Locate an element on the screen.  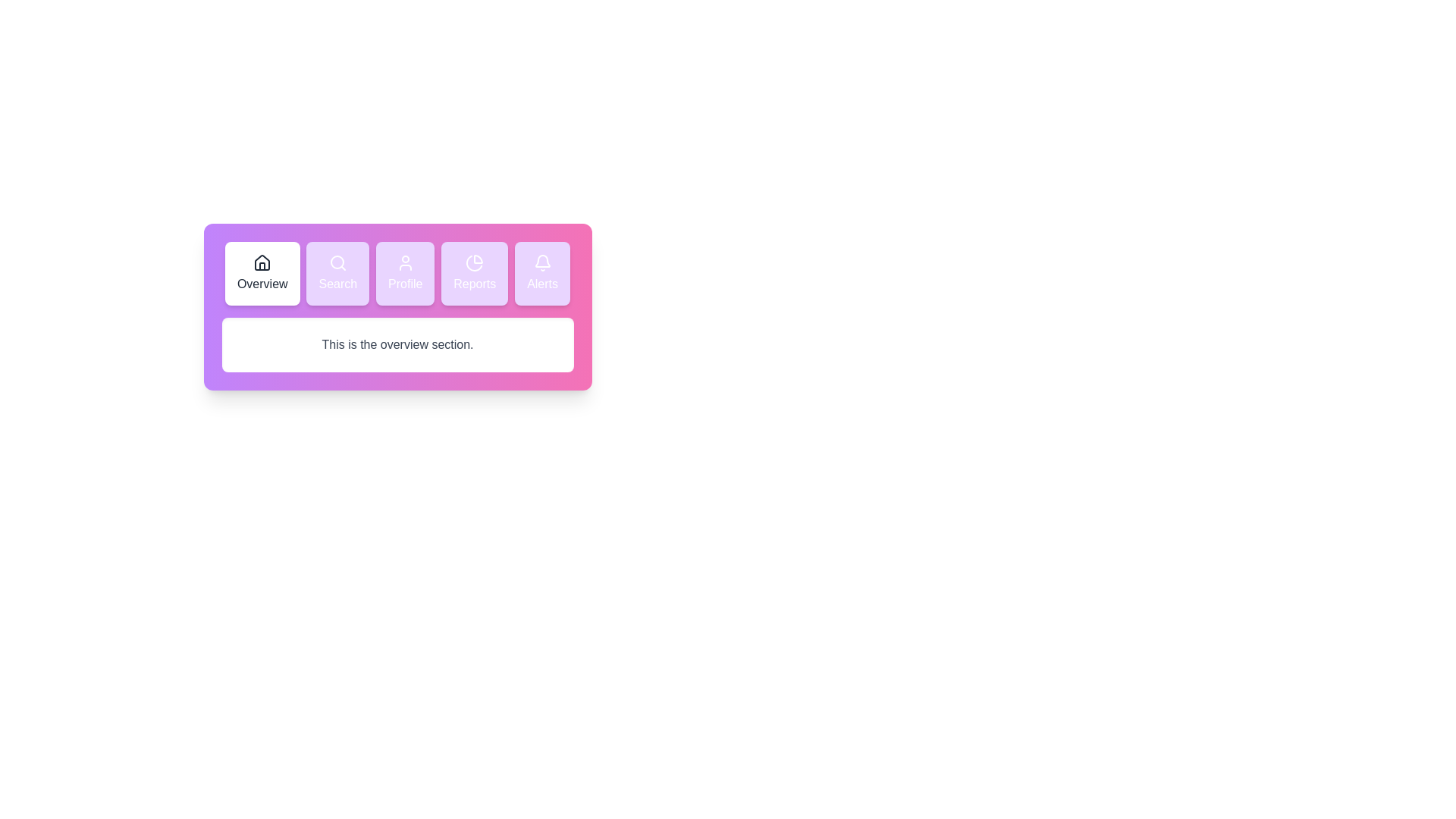
the 'Profile' text label, which indicates the navigation option for accessing the user's profile page, positioned below the user icon and between 'Search' and 'Reports' is located at coordinates (405, 284).